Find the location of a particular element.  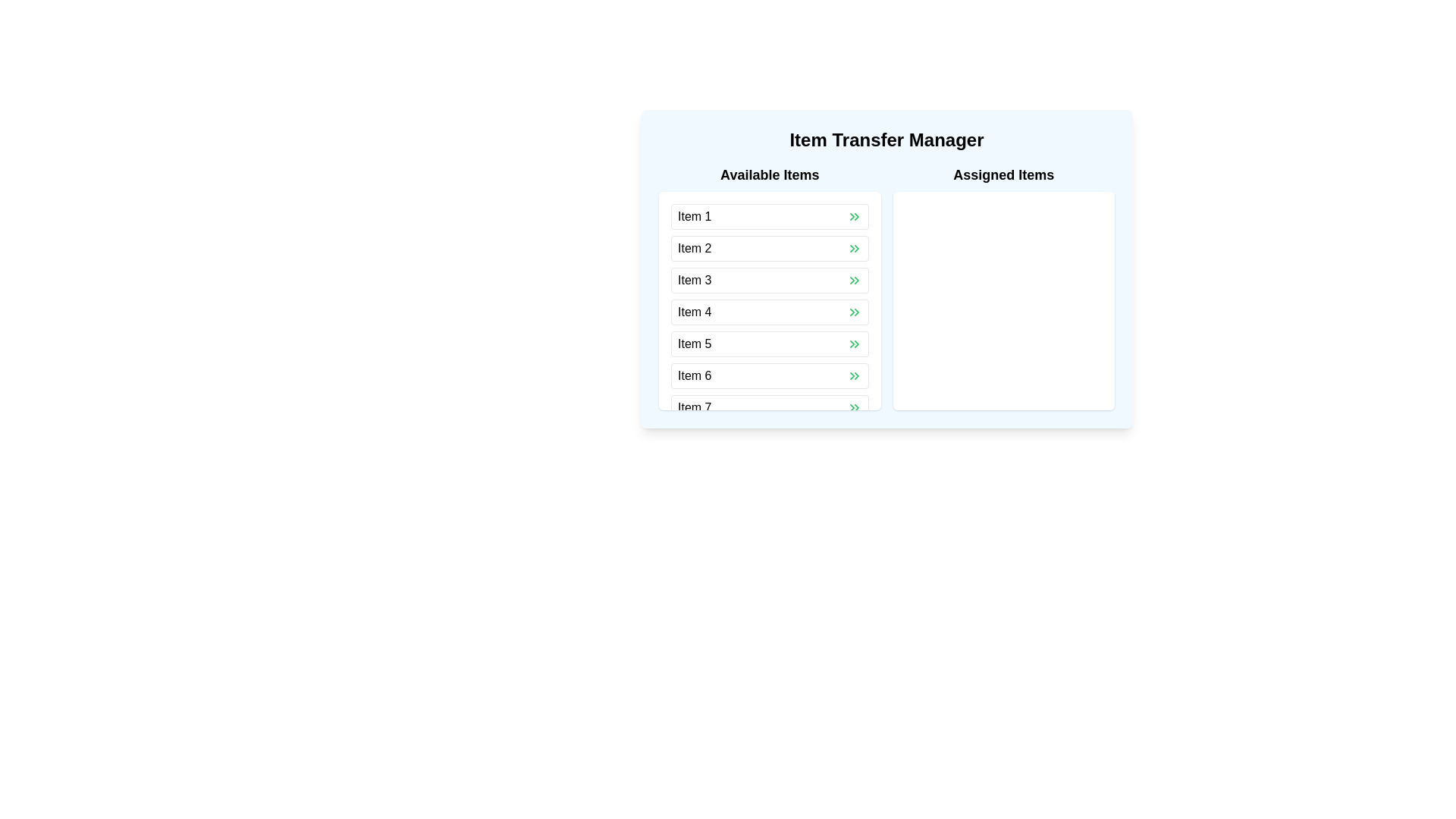

the third item in the 'Available Items' section, which is represented by the Text label indicating a selectable option is located at coordinates (694, 281).